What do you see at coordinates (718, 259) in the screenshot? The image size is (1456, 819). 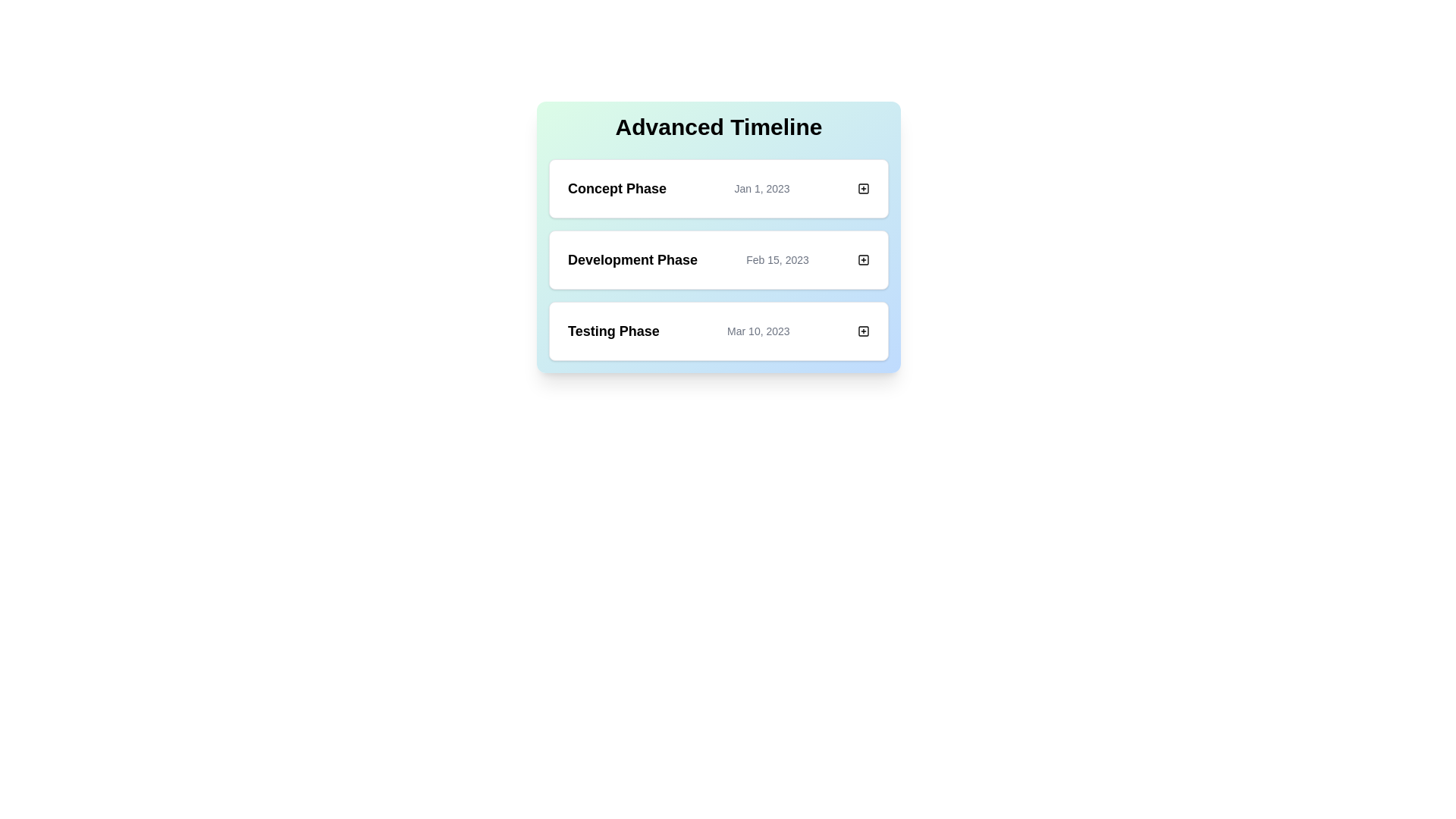 I see `information presented in the 'Development Phase' Timeline Segment, which includes the title and date details` at bounding box center [718, 259].